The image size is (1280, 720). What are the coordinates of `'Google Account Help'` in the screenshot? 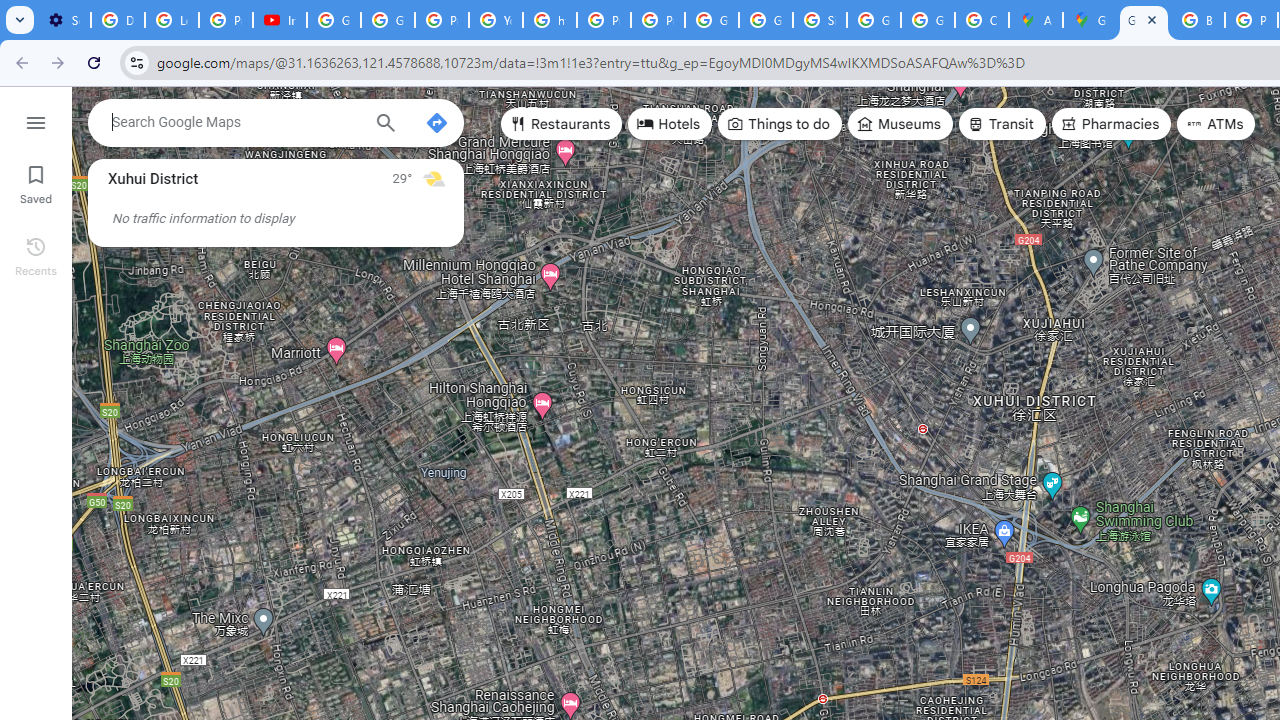 It's located at (387, 20).